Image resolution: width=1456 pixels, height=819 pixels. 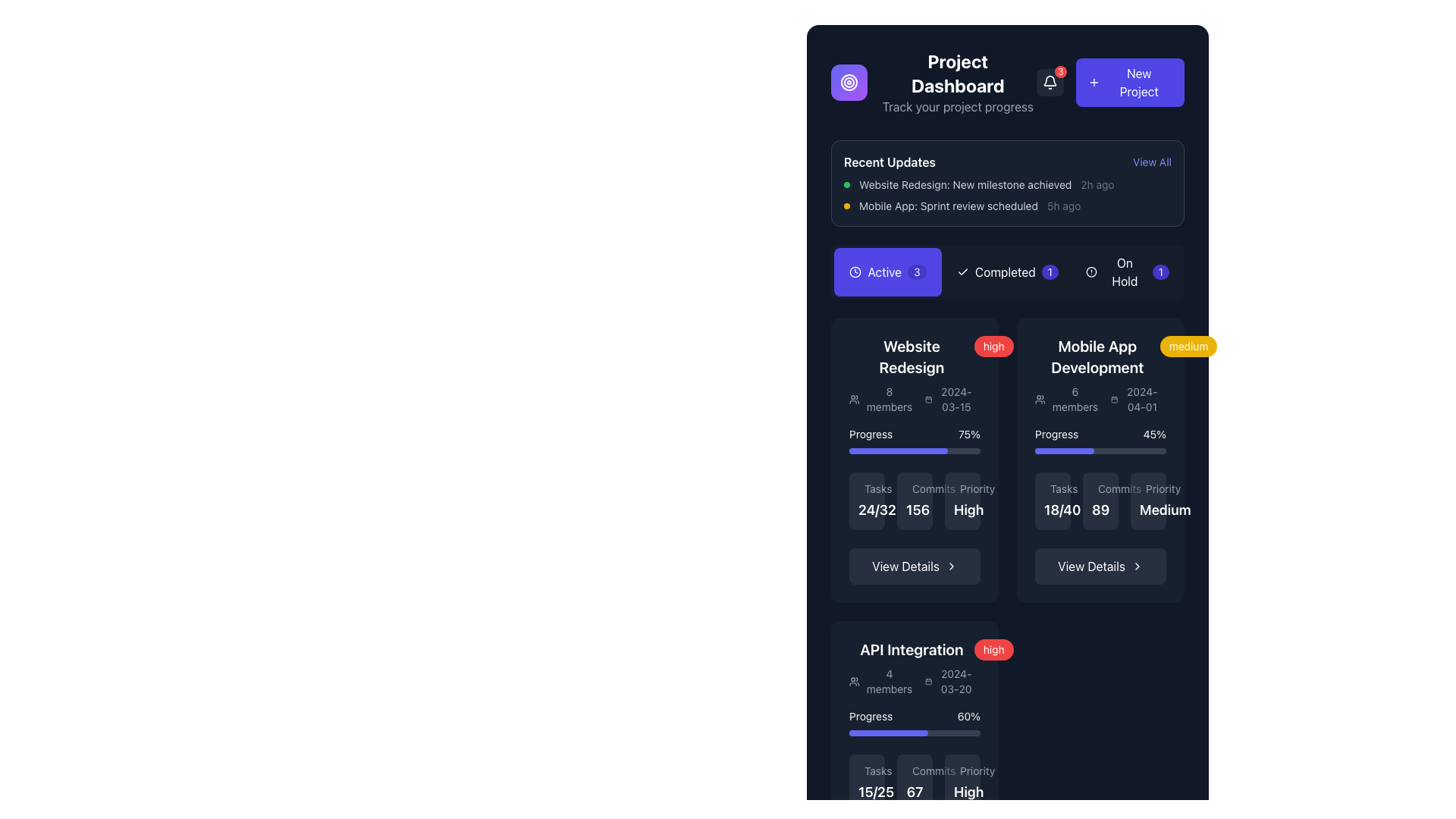 I want to click on the small icon representing a group of users, which is located to the left of the text '6 members' within the 'Mobile App Development' card on the dashboard, specifically in the second row, second column among the cards, so click(x=1039, y=399).